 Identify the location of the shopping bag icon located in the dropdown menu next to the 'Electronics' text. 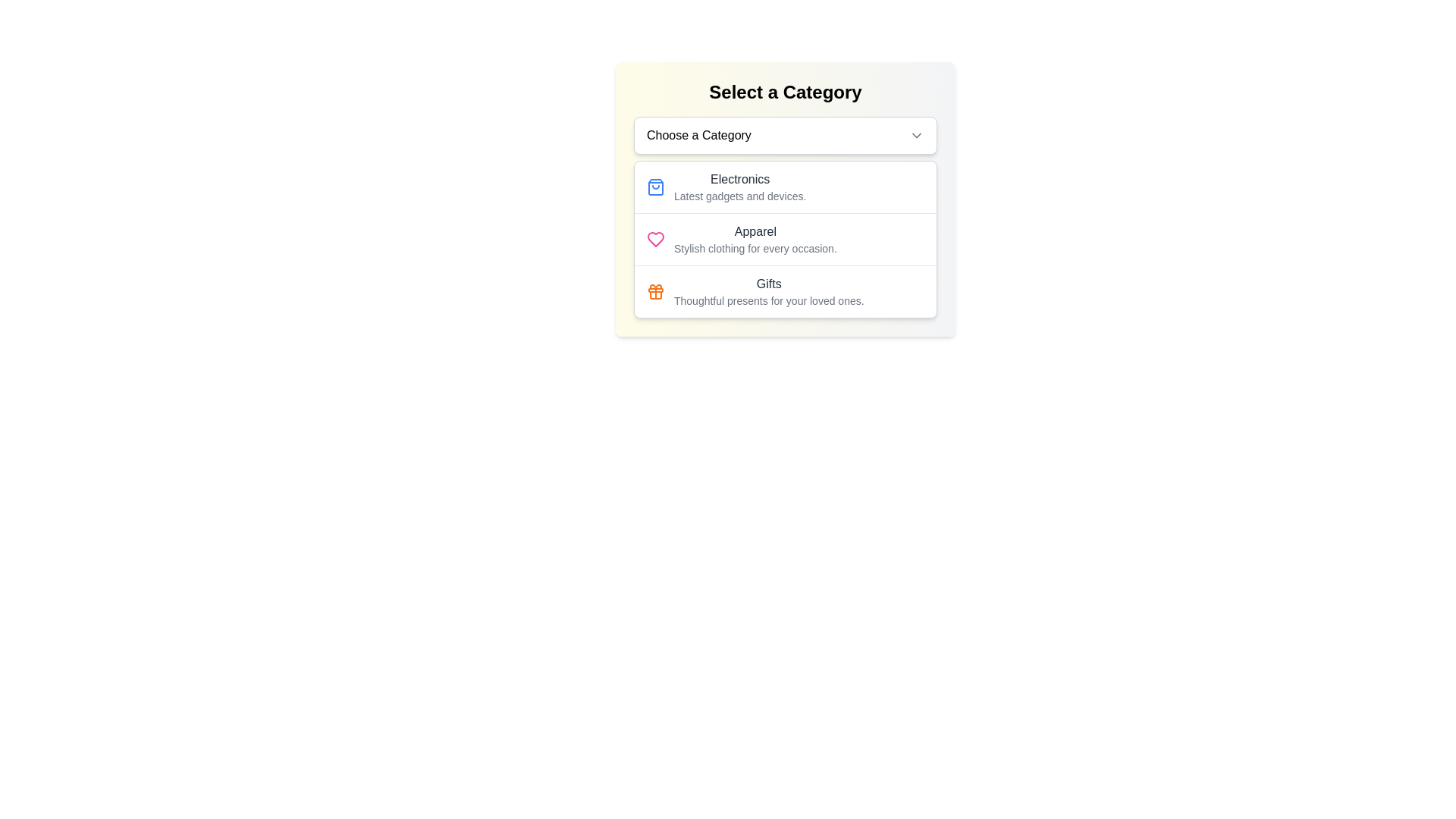
(655, 186).